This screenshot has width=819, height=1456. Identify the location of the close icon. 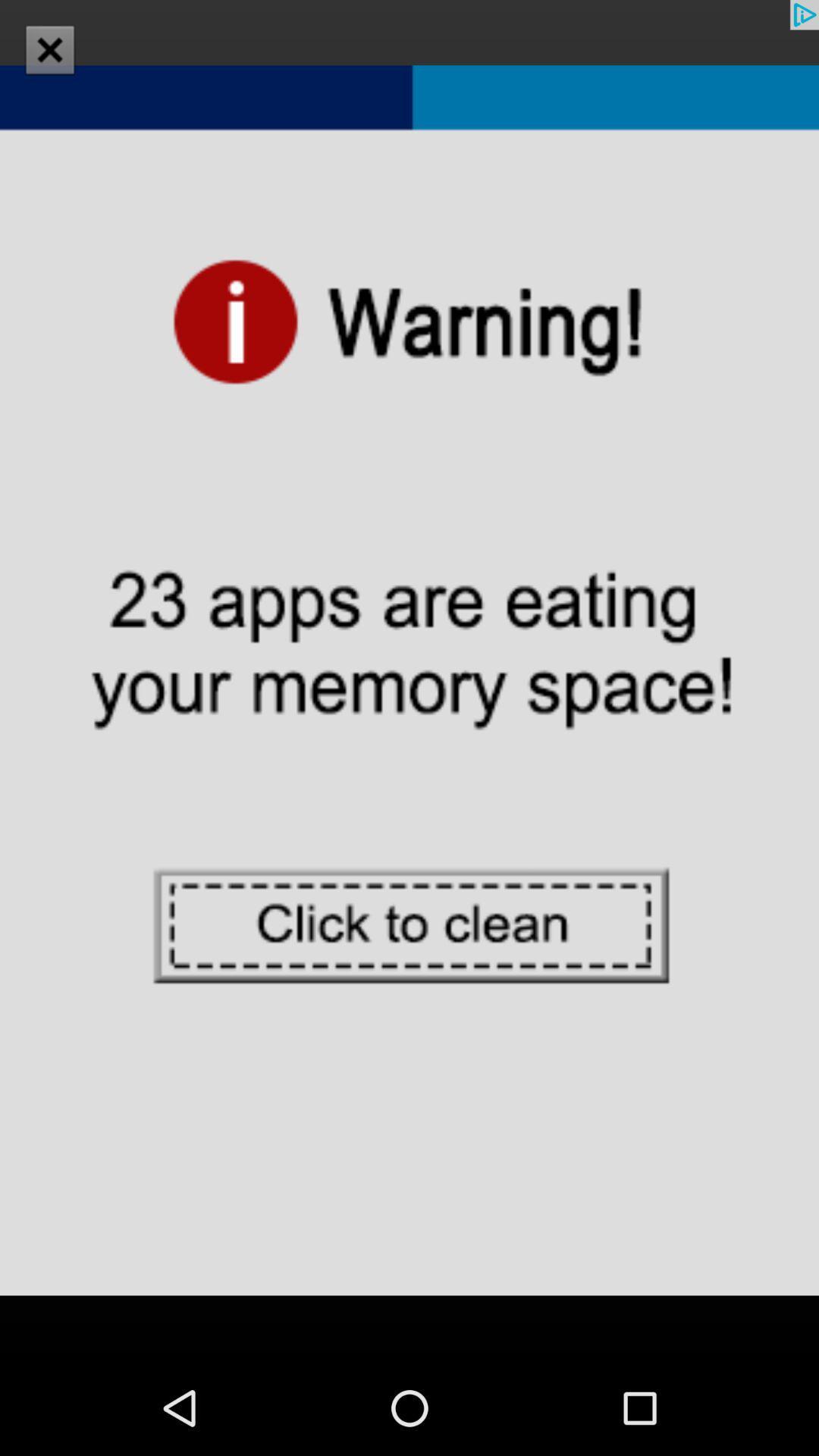
(49, 53).